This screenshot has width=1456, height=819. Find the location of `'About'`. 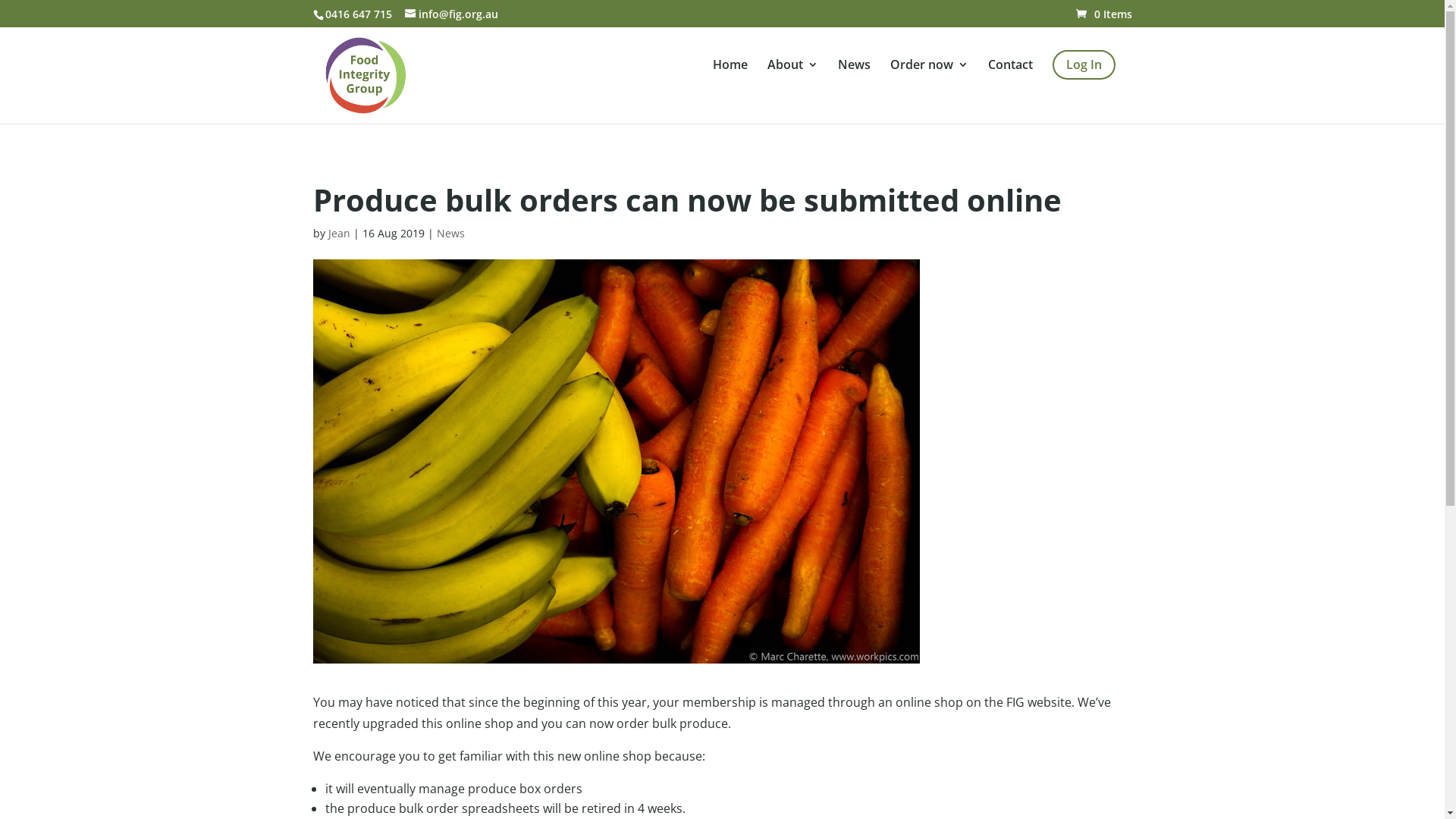

'About' is located at coordinates (792, 76).